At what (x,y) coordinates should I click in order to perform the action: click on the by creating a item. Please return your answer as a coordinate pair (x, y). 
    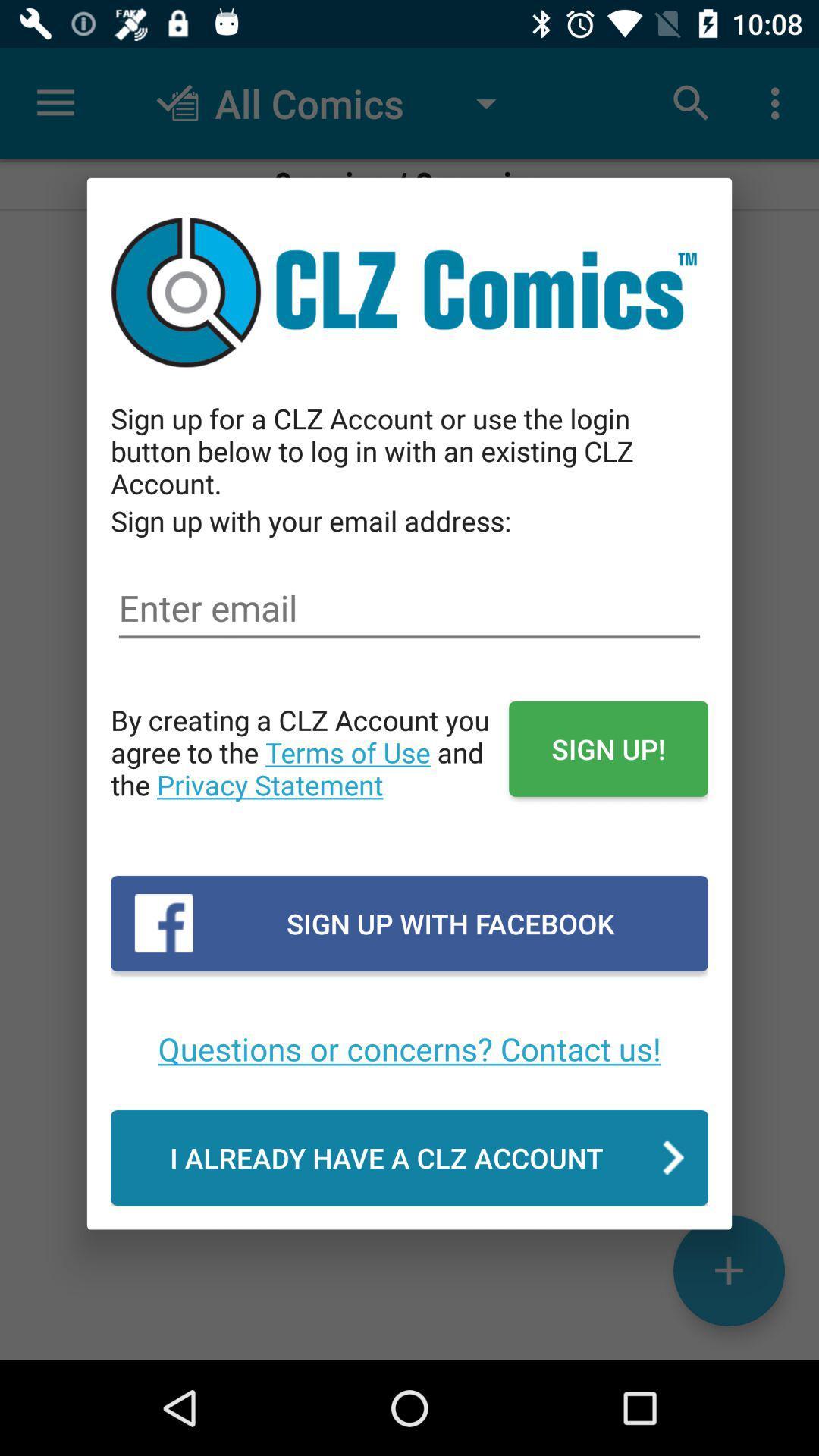
    Looking at the image, I should click on (309, 768).